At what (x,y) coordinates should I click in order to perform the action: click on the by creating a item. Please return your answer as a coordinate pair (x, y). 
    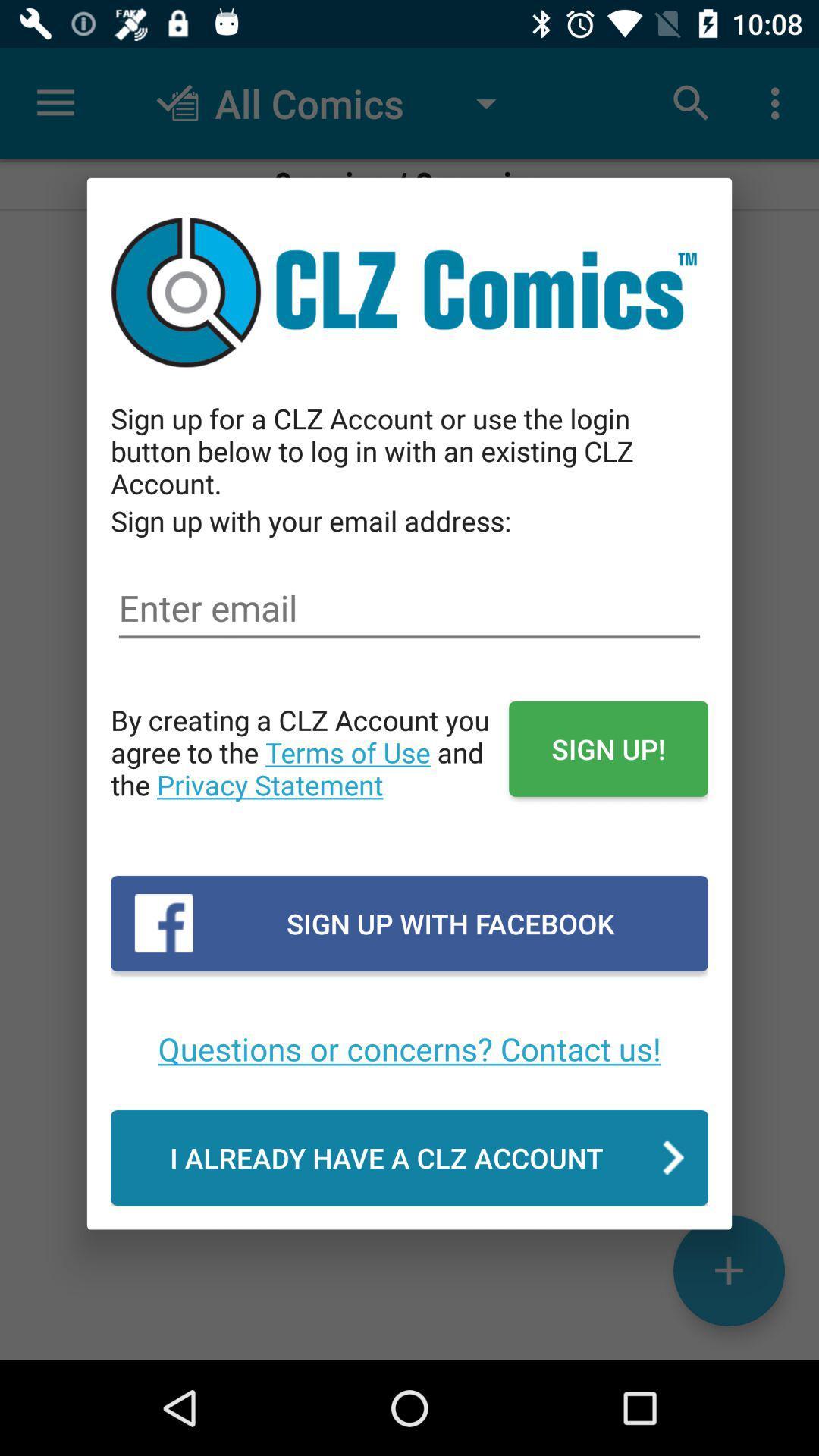
    Looking at the image, I should click on (309, 768).